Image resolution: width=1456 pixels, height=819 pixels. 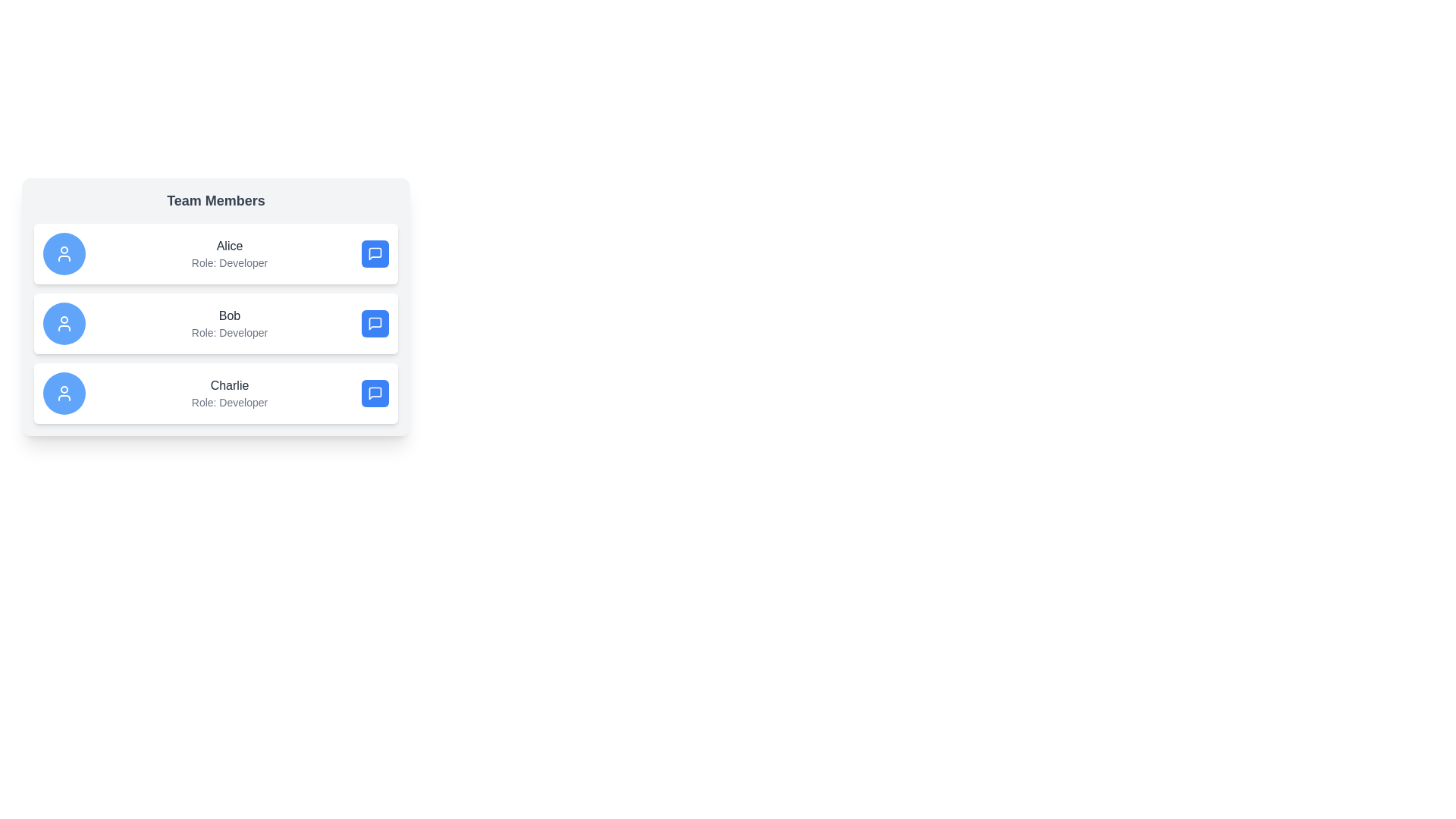 What do you see at coordinates (64, 323) in the screenshot?
I see `the Avatar Icon, which is a circular icon with a blue background and a white user-themed graphic, located beside the name 'Bob' and the role 'Developer' in the second row of the user information list` at bounding box center [64, 323].